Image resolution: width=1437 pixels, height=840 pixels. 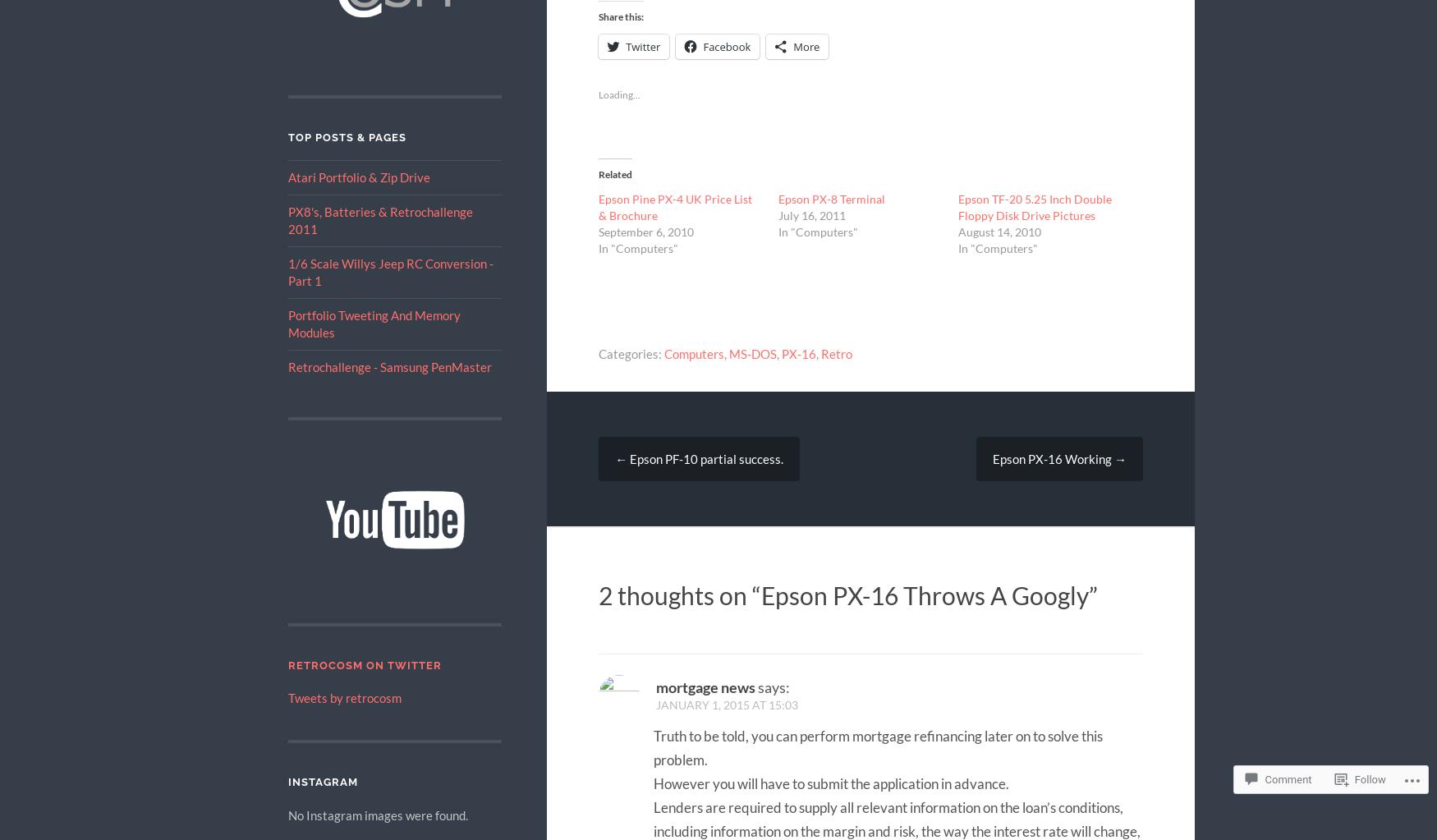 What do you see at coordinates (836, 352) in the screenshot?
I see `'Retro'` at bounding box center [836, 352].